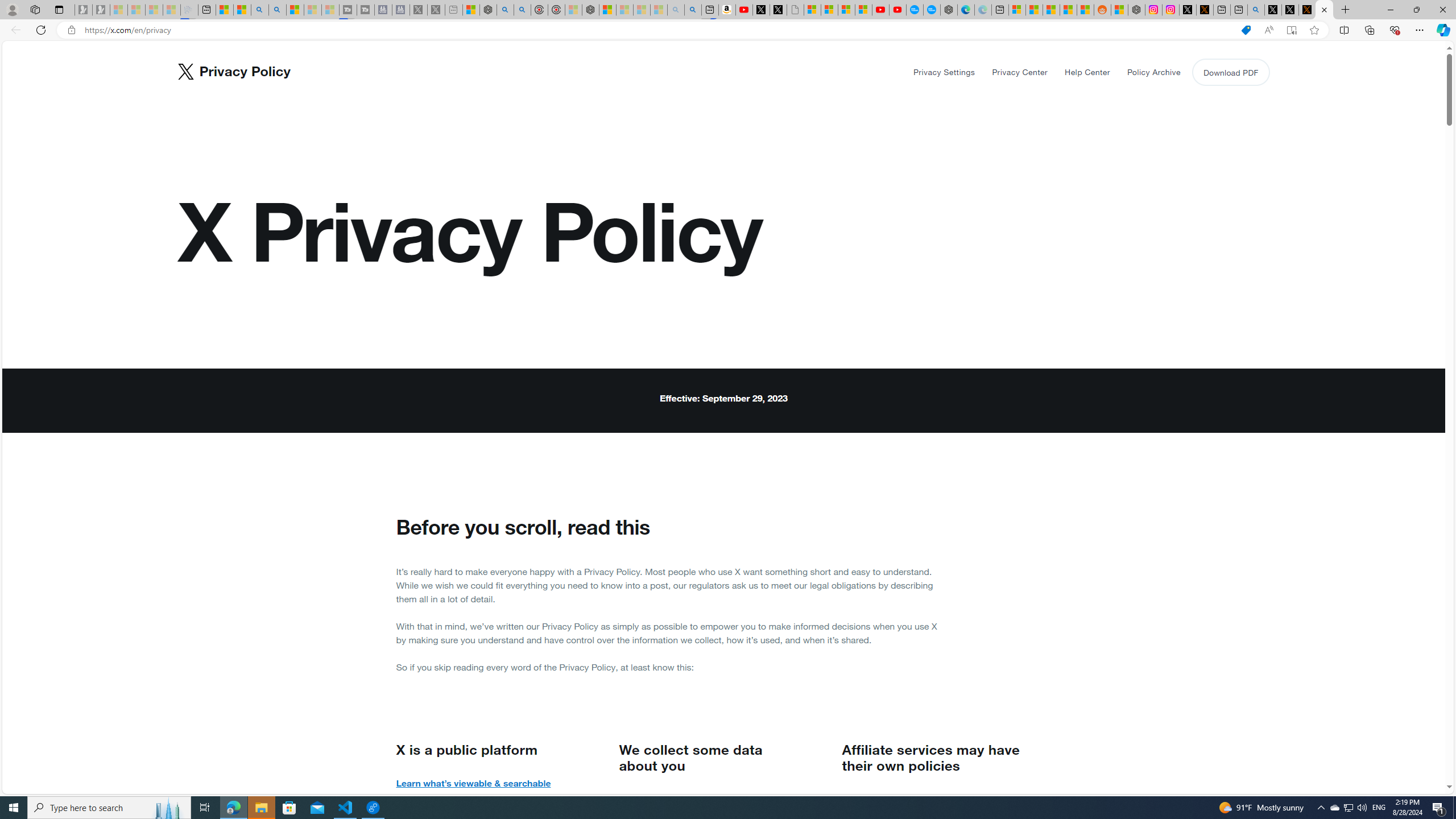 The width and height of the screenshot is (1456, 819). Describe the element at coordinates (1416, 9) in the screenshot. I see `'Restore'` at that location.